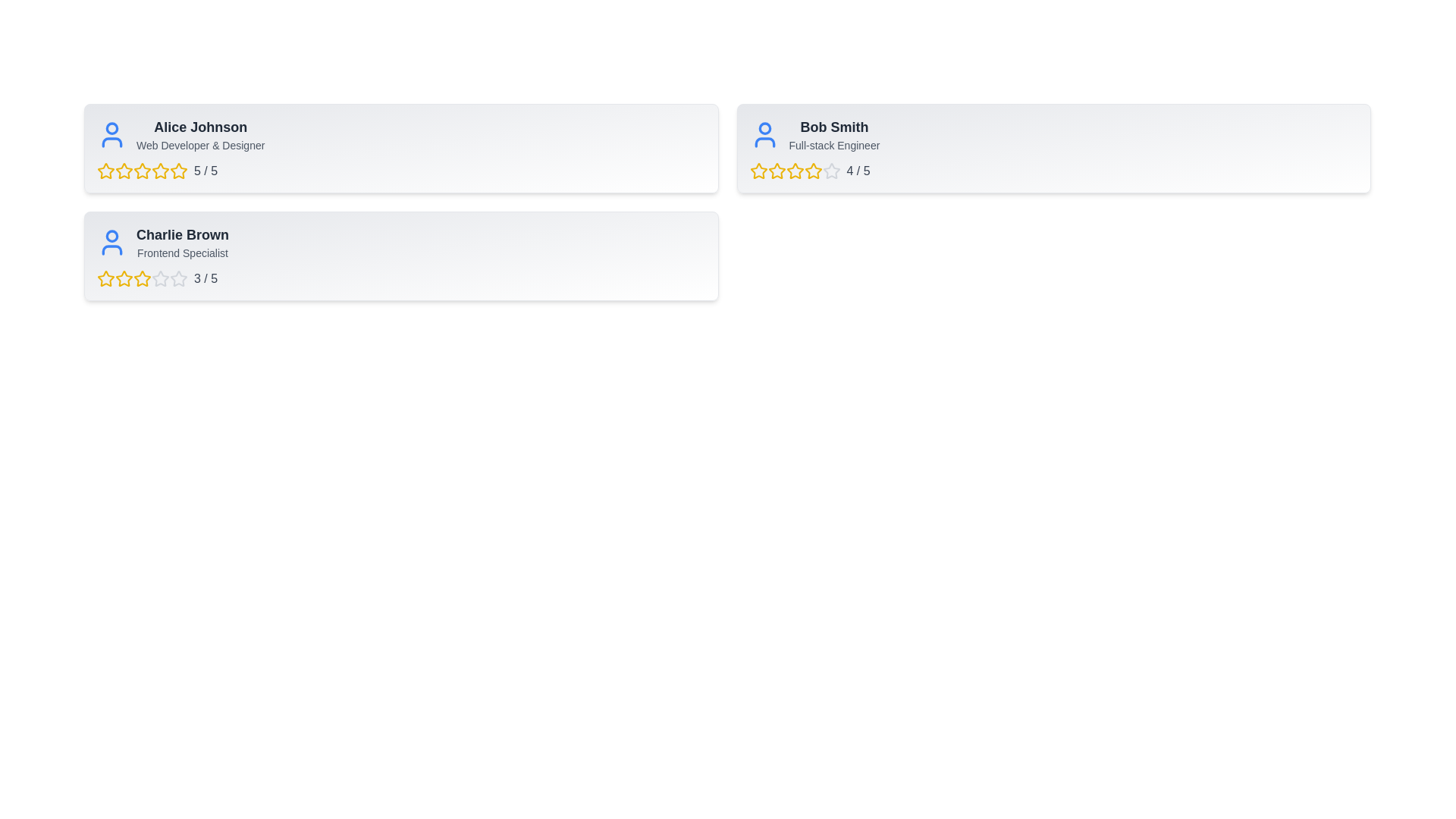 The width and height of the screenshot is (1456, 819). Describe the element at coordinates (178, 171) in the screenshot. I see `the 5 star for the user Alice Johnson to set their rating` at that location.